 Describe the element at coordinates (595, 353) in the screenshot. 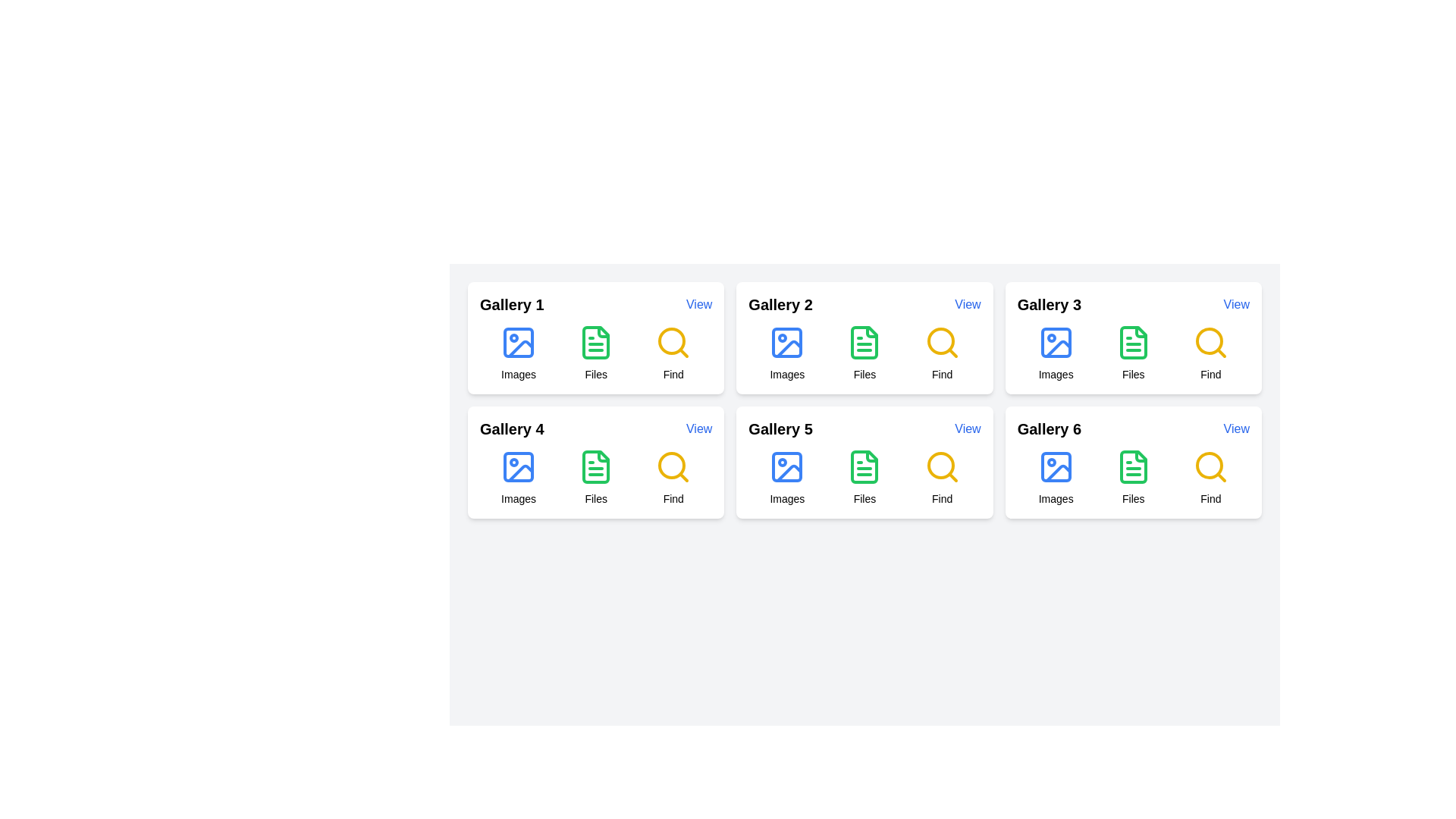

I see `the second selectable icon with label in the 'Gallery 1' section` at that location.